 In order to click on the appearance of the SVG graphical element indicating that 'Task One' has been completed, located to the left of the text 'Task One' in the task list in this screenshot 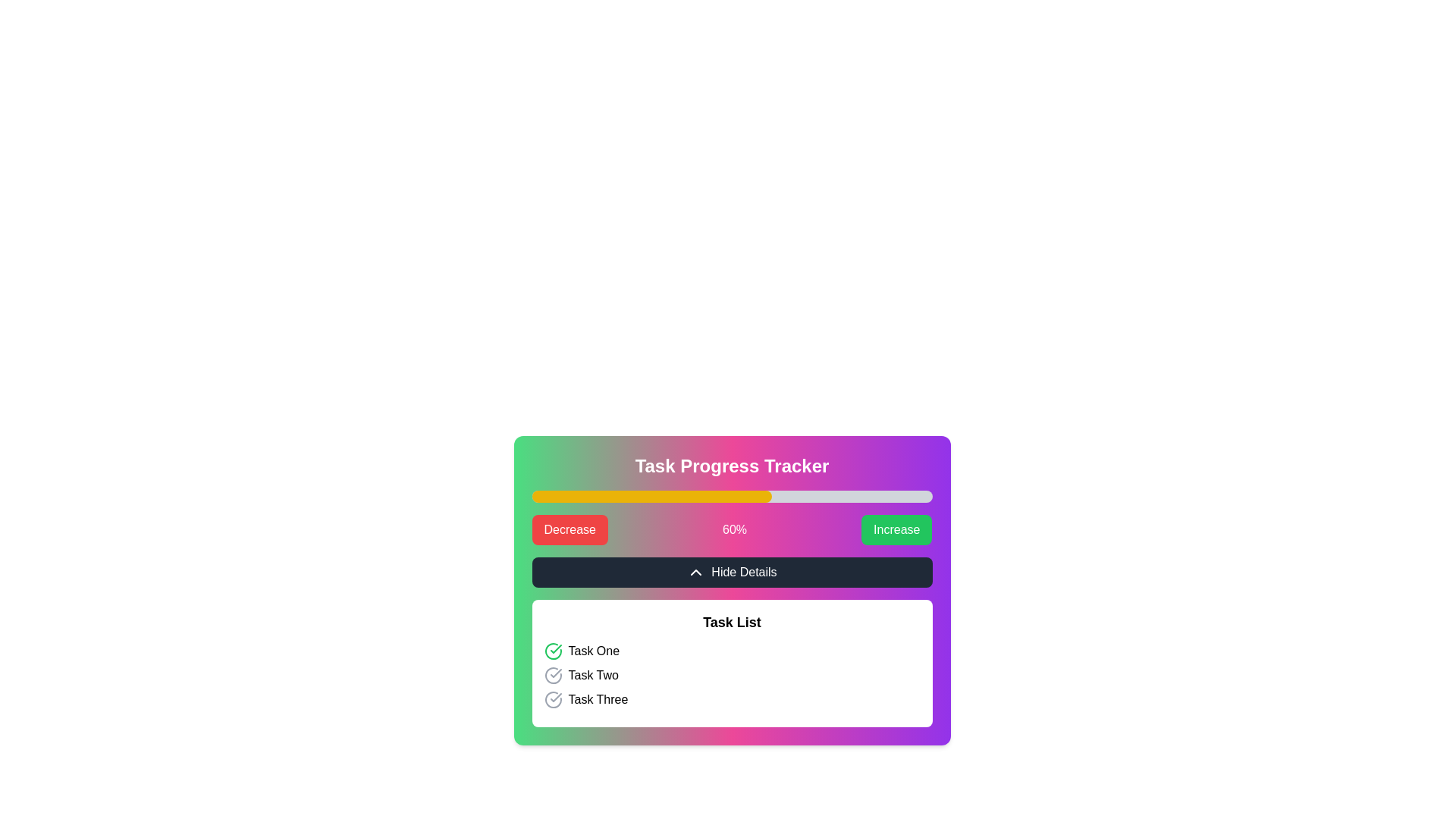, I will do `click(552, 651)`.